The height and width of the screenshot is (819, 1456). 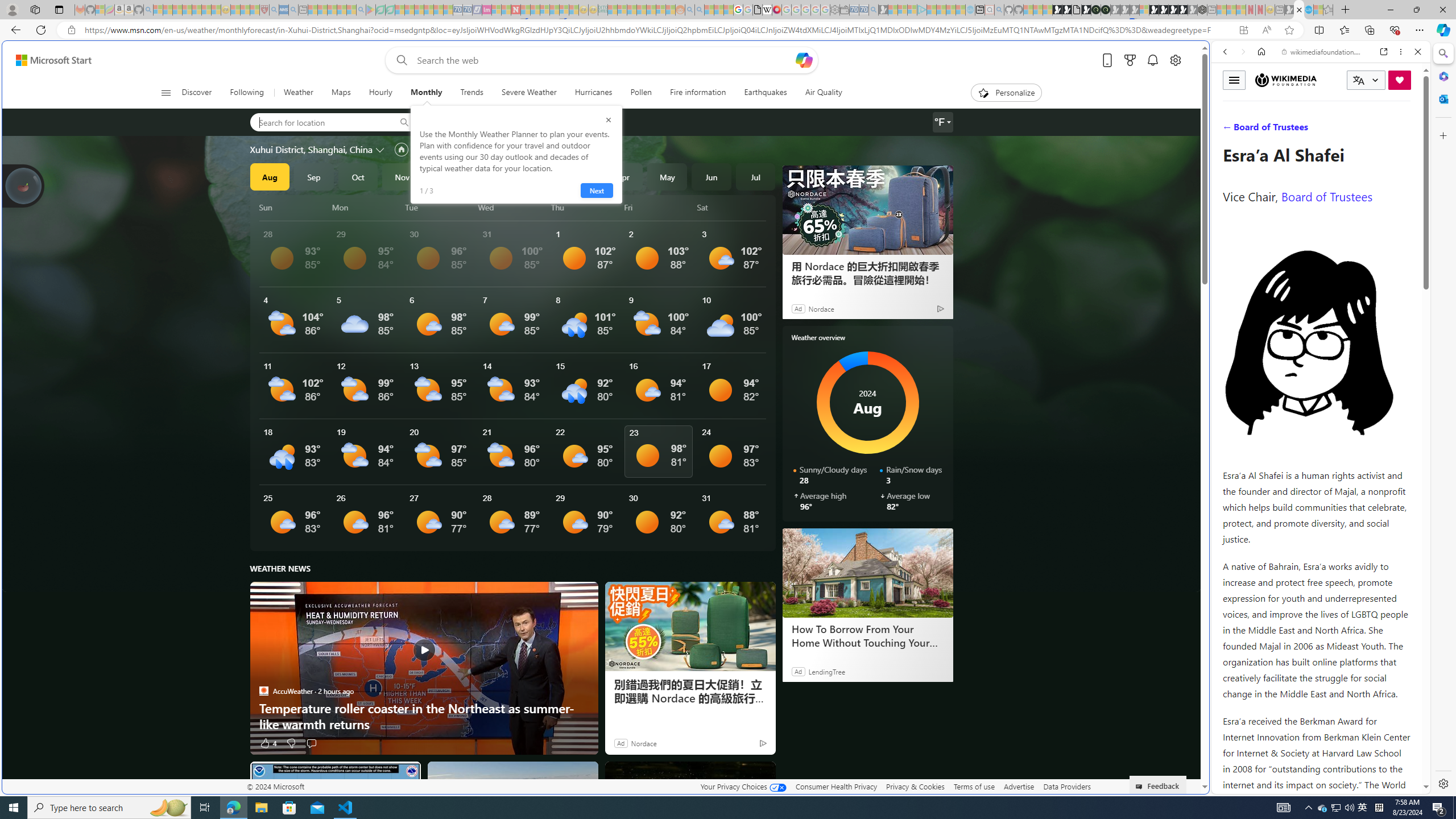 I want to click on 'Cheap Hotels - Save70.com - Sleeping', so click(x=466, y=9).